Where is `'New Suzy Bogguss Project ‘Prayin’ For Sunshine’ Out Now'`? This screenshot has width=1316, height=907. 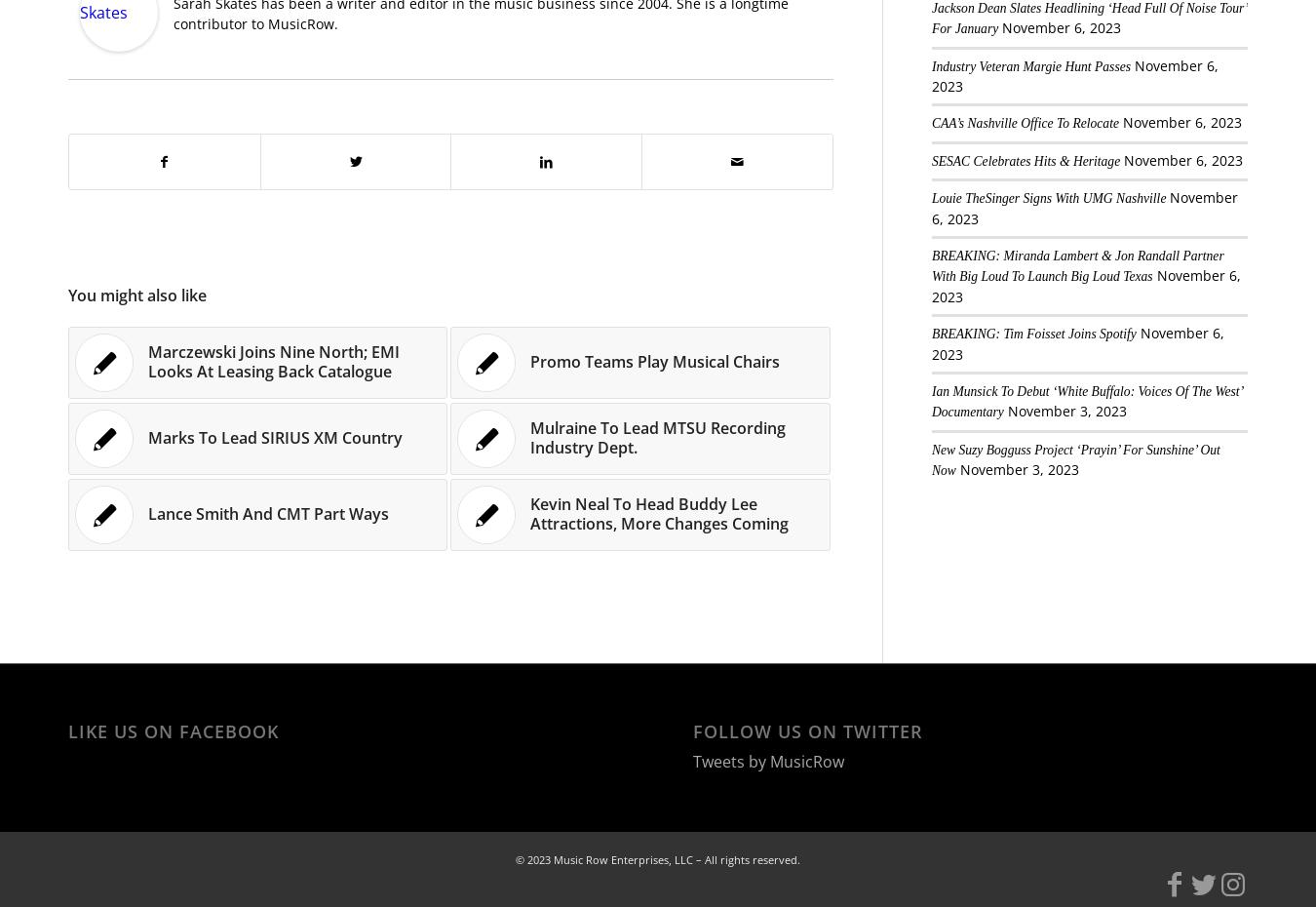
'New Suzy Bogguss Project ‘Prayin’ For Sunshine’ Out Now' is located at coordinates (929, 458).